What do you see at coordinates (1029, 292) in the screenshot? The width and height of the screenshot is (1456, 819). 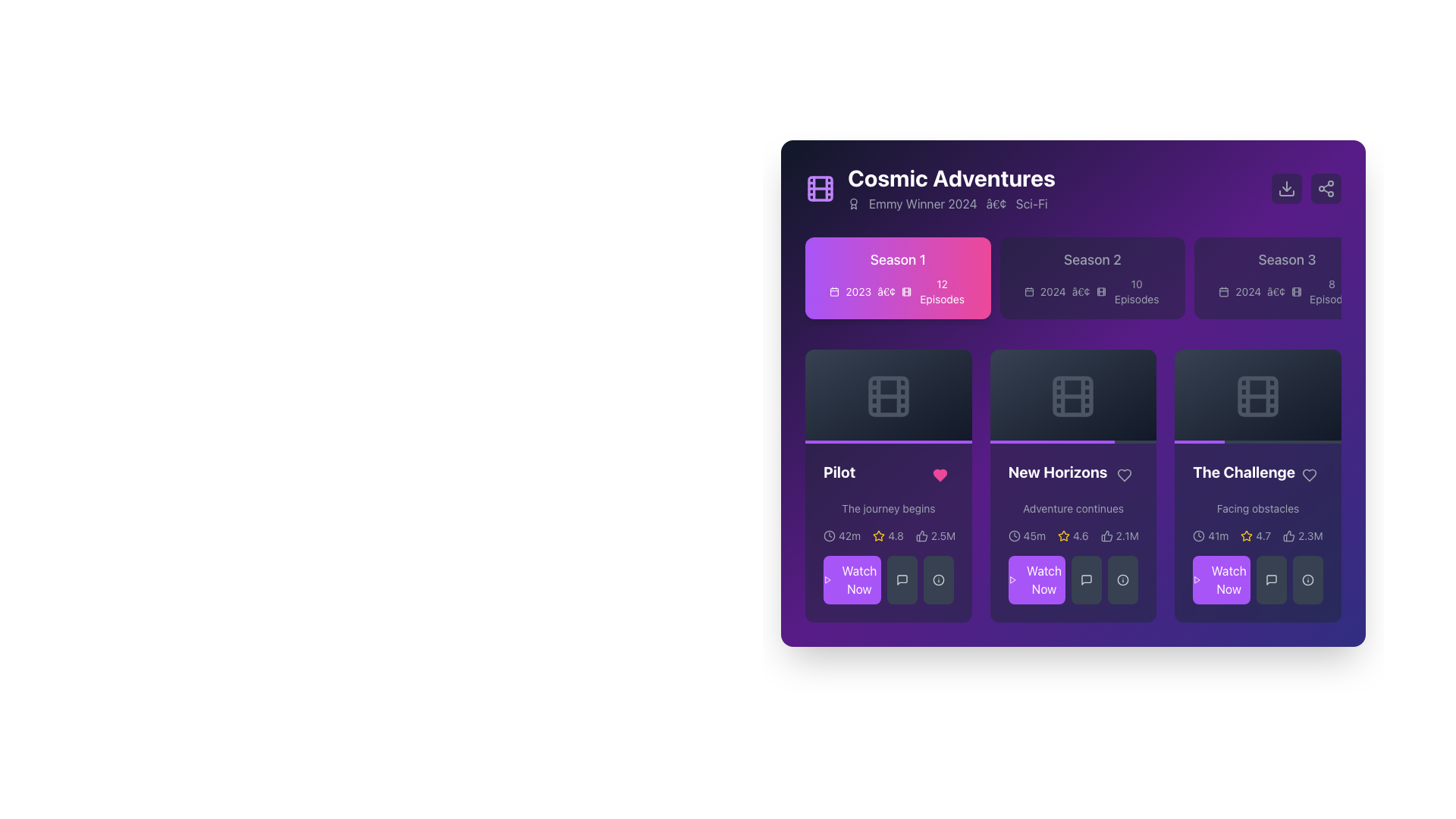 I see `calendar icon located in the second season box, which is to the left of the text '2024' in the header row for season information` at bounding box center [1029, 292].